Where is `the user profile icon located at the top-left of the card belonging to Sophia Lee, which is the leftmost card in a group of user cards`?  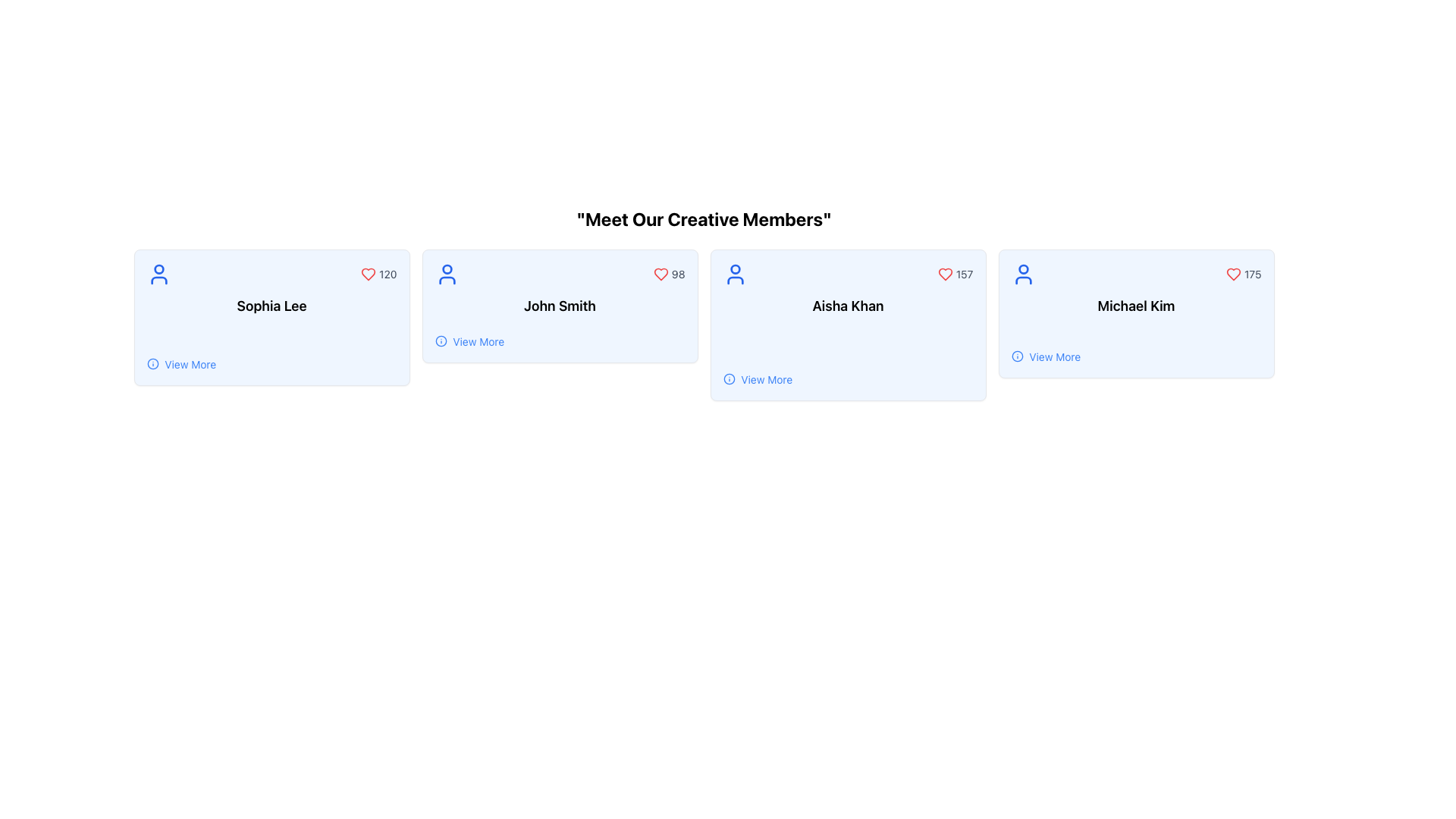 the user profile icon located at the top-left of the card belonging to Sophia Lee, which is the leftmost card in a group of user cards is located at coordinates (158, 275).